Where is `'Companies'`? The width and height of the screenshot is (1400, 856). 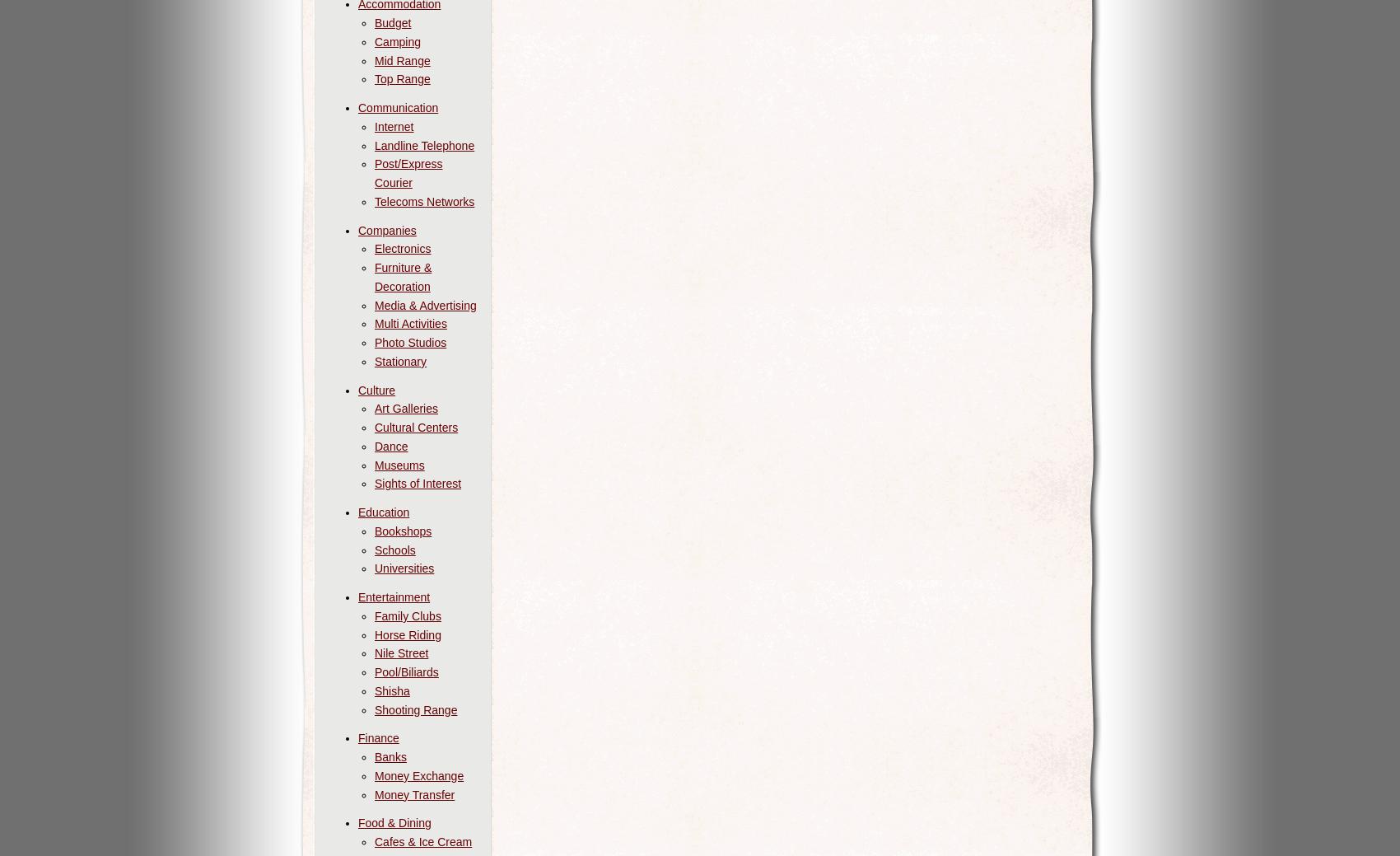
'Companies' is located at coordinates (387, 229).